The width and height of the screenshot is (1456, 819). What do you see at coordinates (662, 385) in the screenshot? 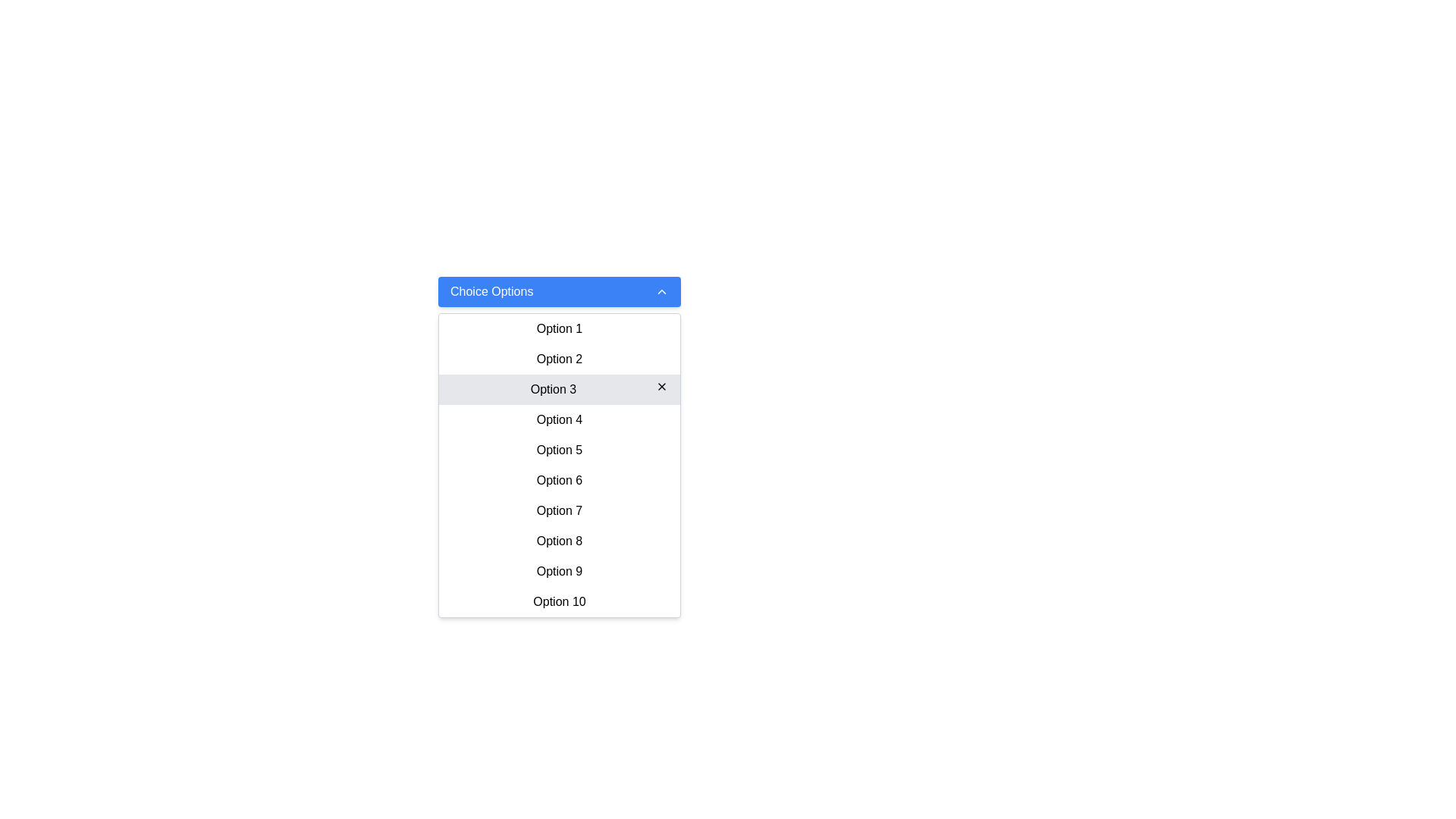
I see `the 'X' icon button located to the far right of the 'Option 3' list item` at bounding box center [662, 385].